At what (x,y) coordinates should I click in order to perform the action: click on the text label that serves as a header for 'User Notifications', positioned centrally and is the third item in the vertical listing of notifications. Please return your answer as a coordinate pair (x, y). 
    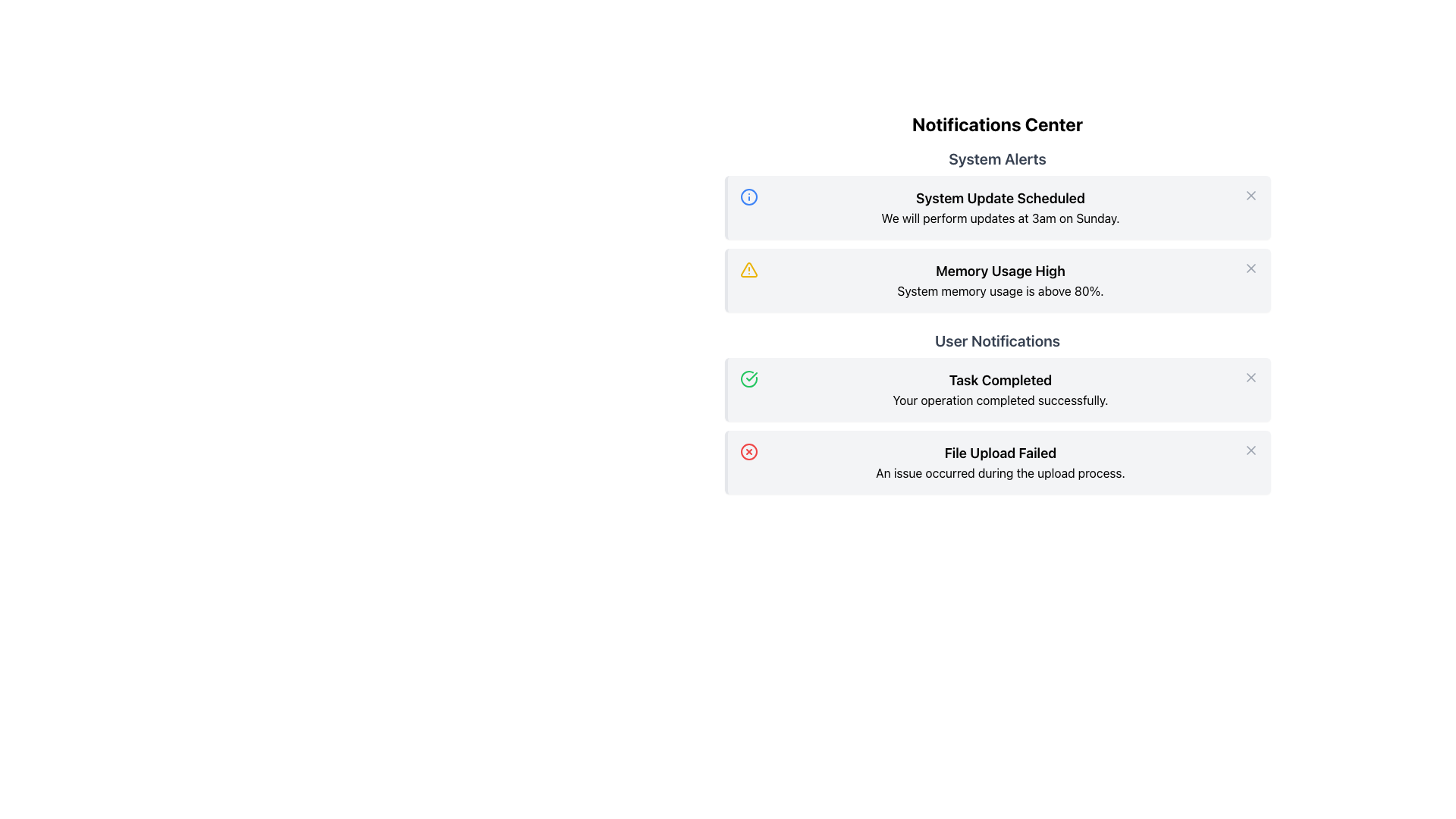
    Looking at the image, I should click on (997, 341).